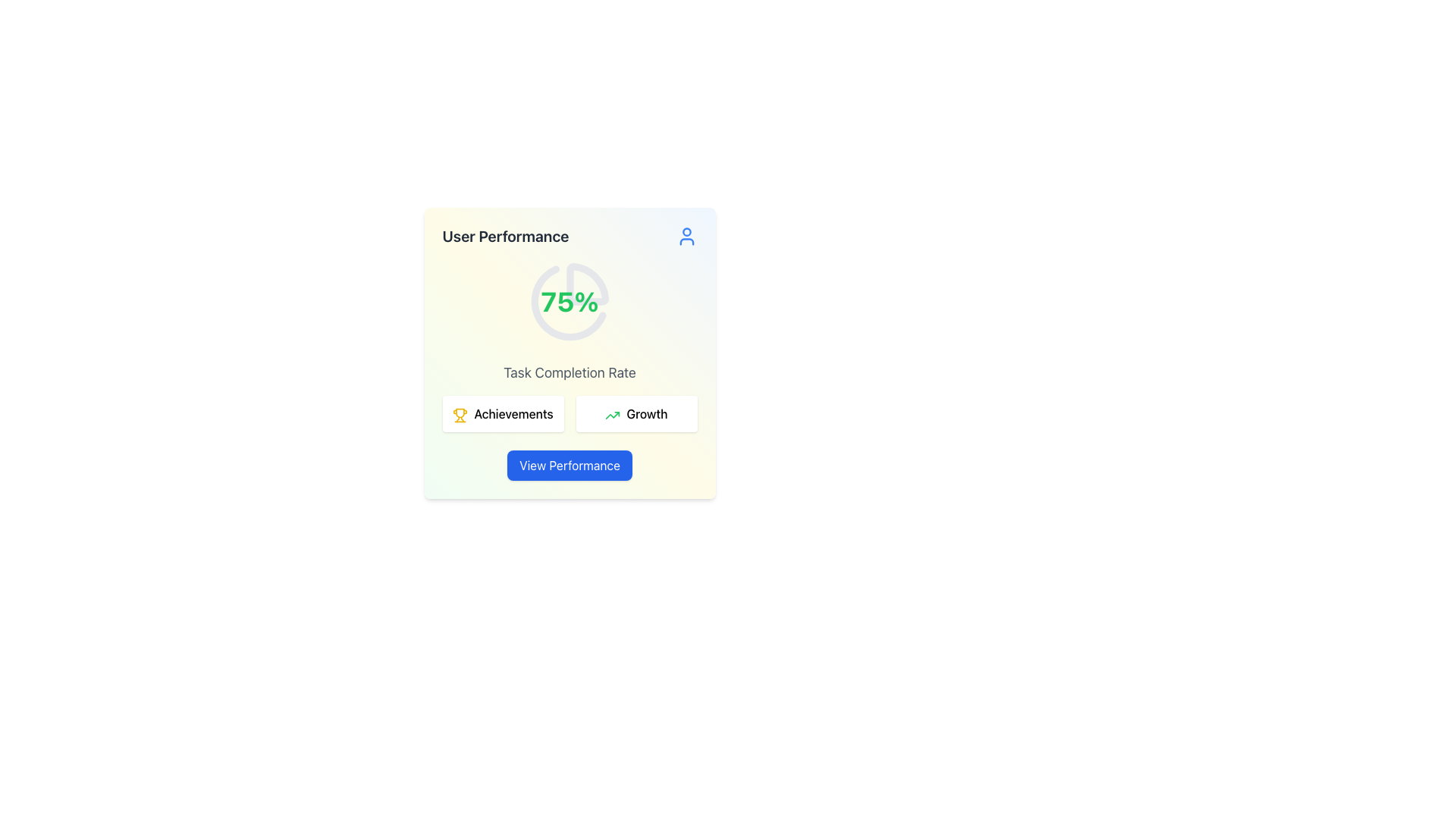 The image size is (1456, 819). Describe the element at coordinates (686, 232) in the screenshot. I see `the small circular graphic element representing the head of the user figure within the user icon located at the top-right corner of the interface` at that location.